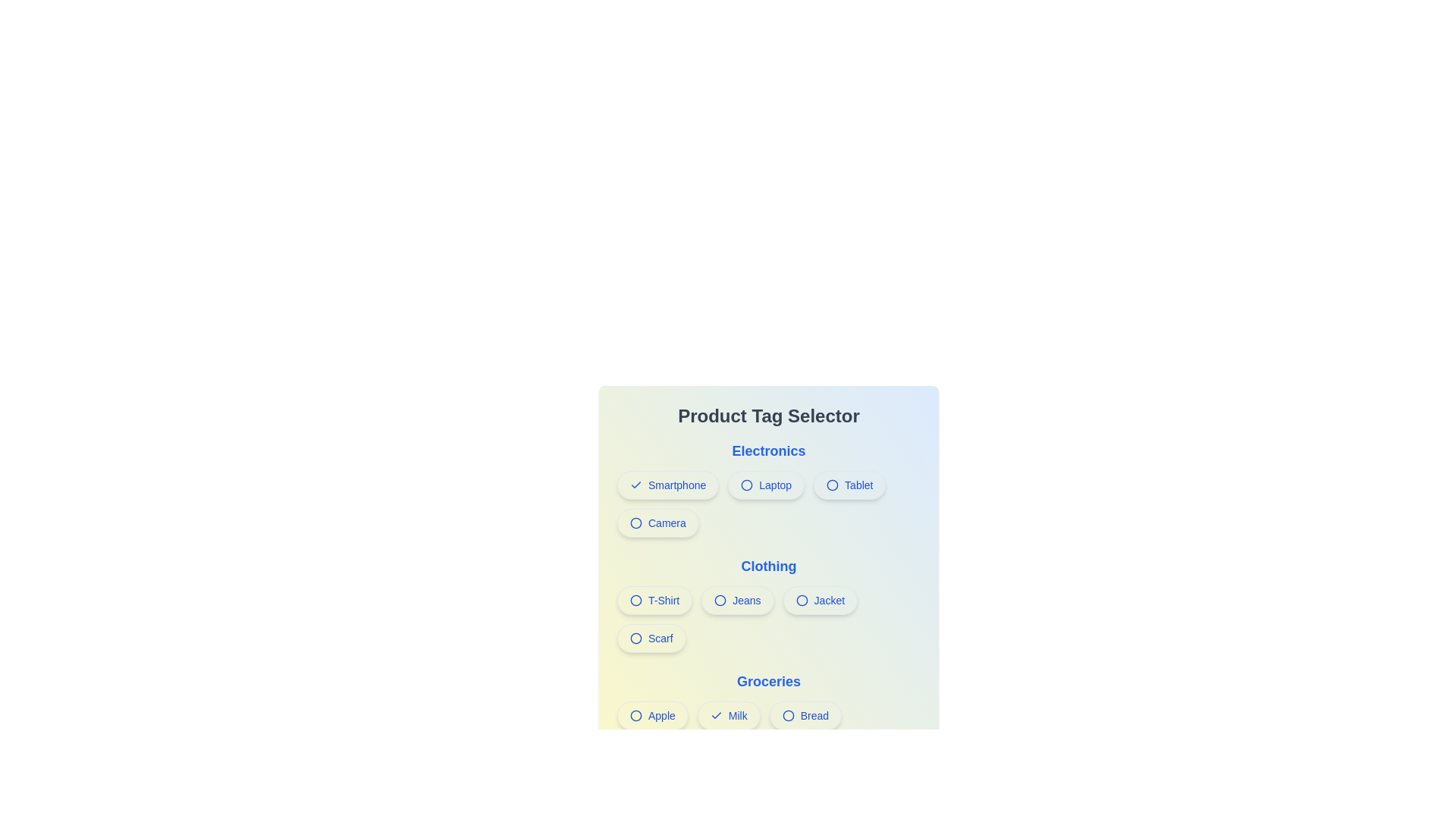 The width and height of the screenshot is (1456, 819). Describe the element at coordinates (801, 599) in the screenshot. I see `the unselected radio button circle located to the left of the 'Jacket' text label in the 'Clothing' category to make a selection` at that location.